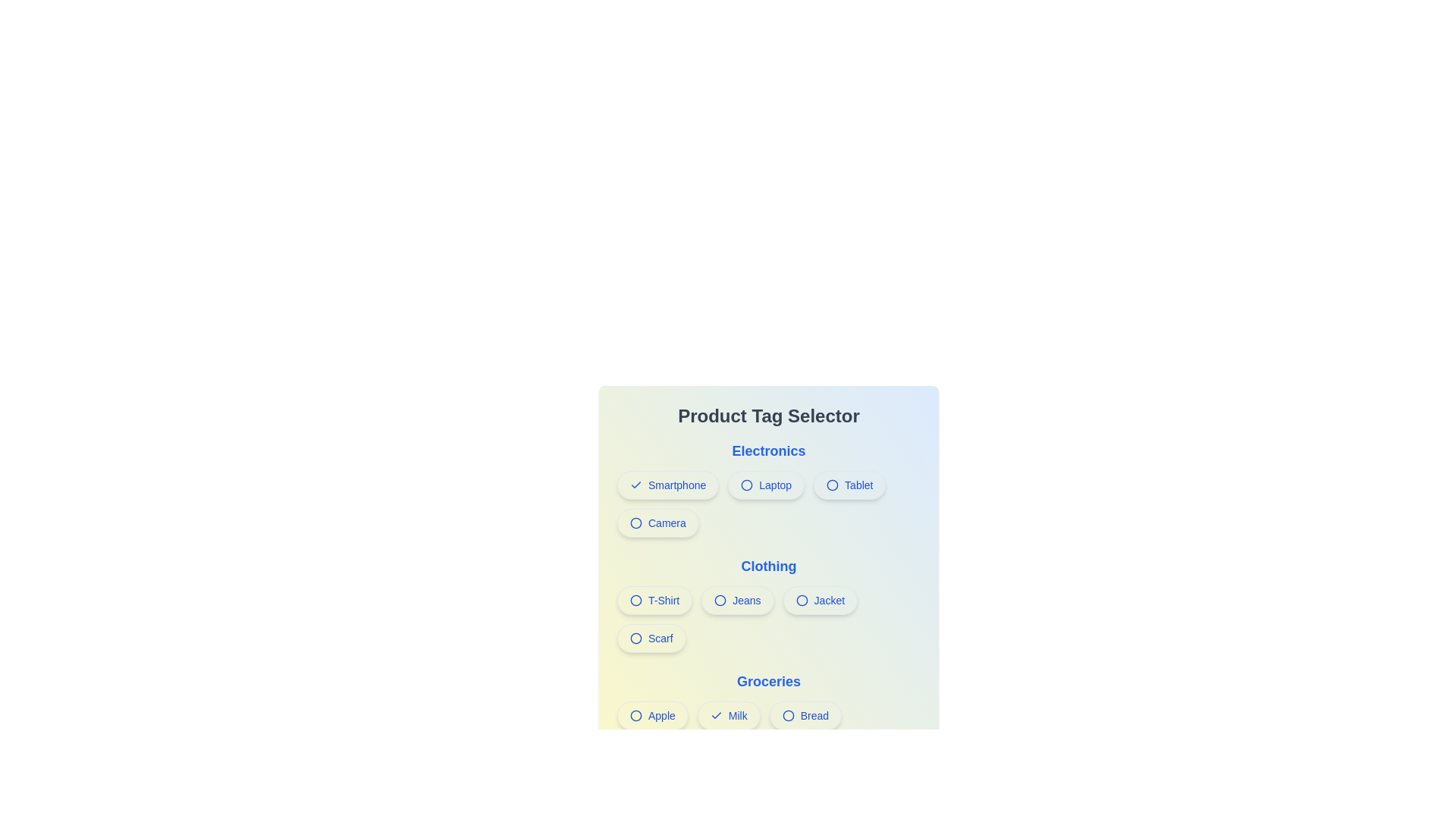 The width and height of the screenshot is (1456, 819). Describe the element at coordinates (801, 599) in the screenshot. I see `the unselected radio button circle located to the left of the 'Jacket' text label in the 'Clothing' category to make a selection` at that location.